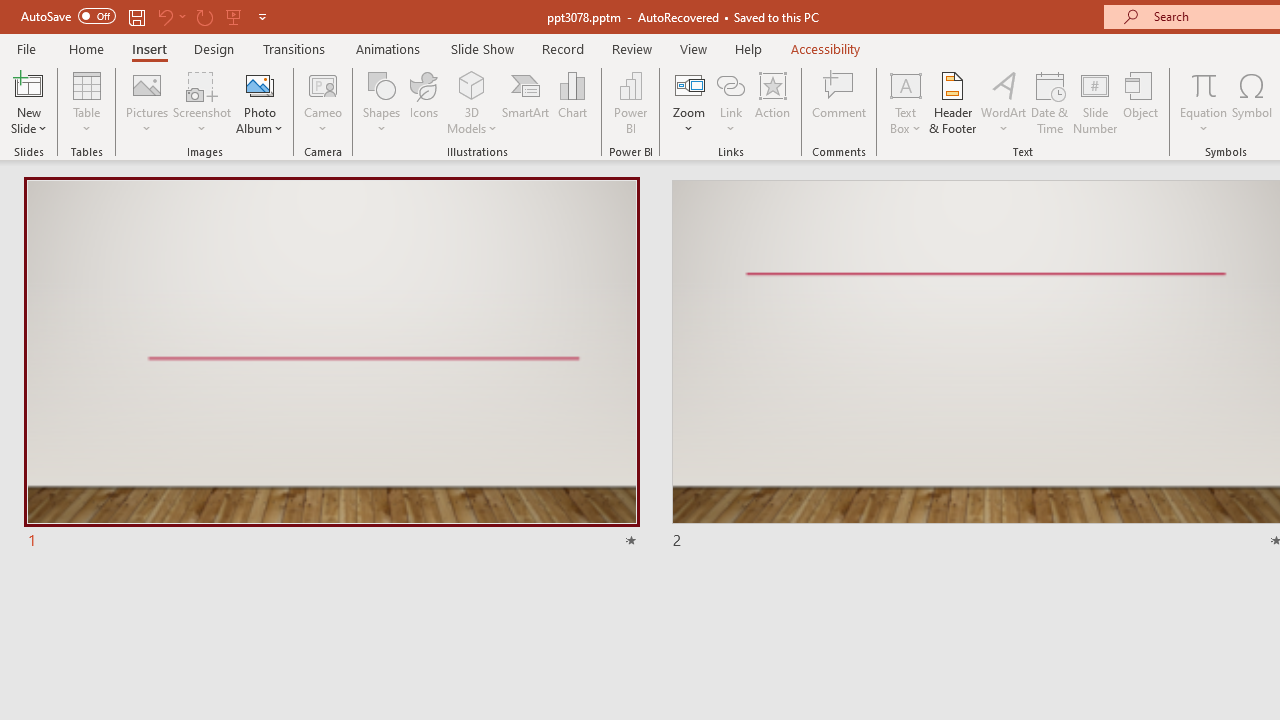 The image size is (1280, 720). What do you see at coordinates (526, 103) in the screenshot?
I see `'SmartArt...'` at bounding box center [526, 103].